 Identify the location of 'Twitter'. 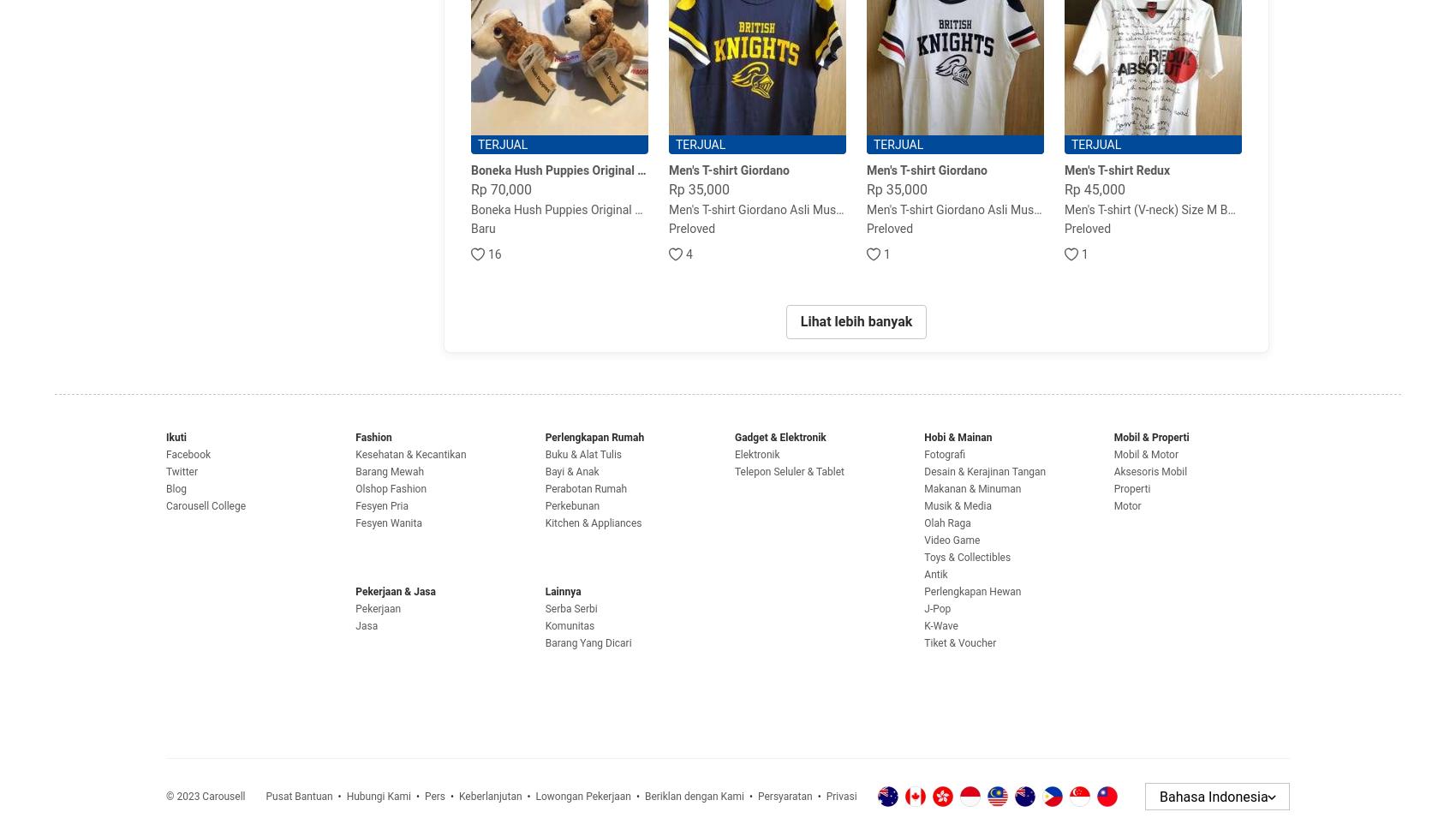
(164, 471).